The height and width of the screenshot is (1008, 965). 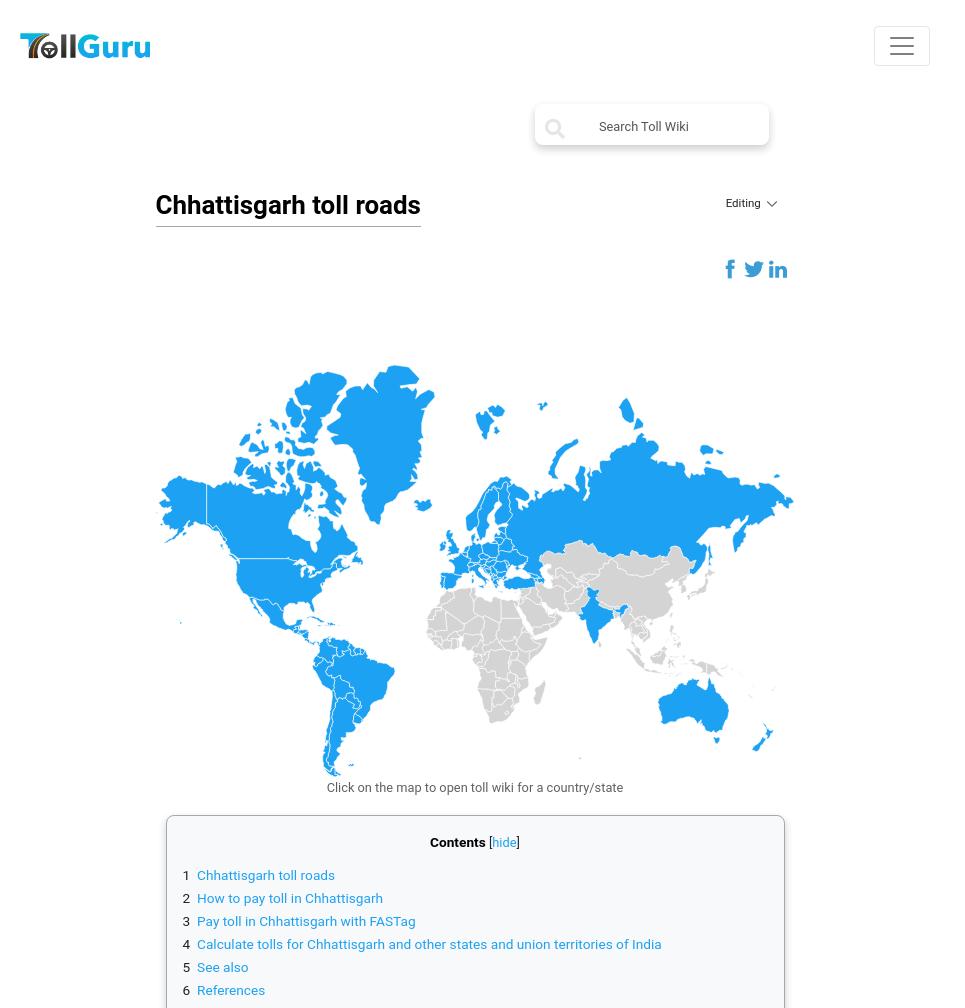 What do you see at coordinates (184, 989) in the screenshot?
I see `'6'` at bounding box center [184, 989].